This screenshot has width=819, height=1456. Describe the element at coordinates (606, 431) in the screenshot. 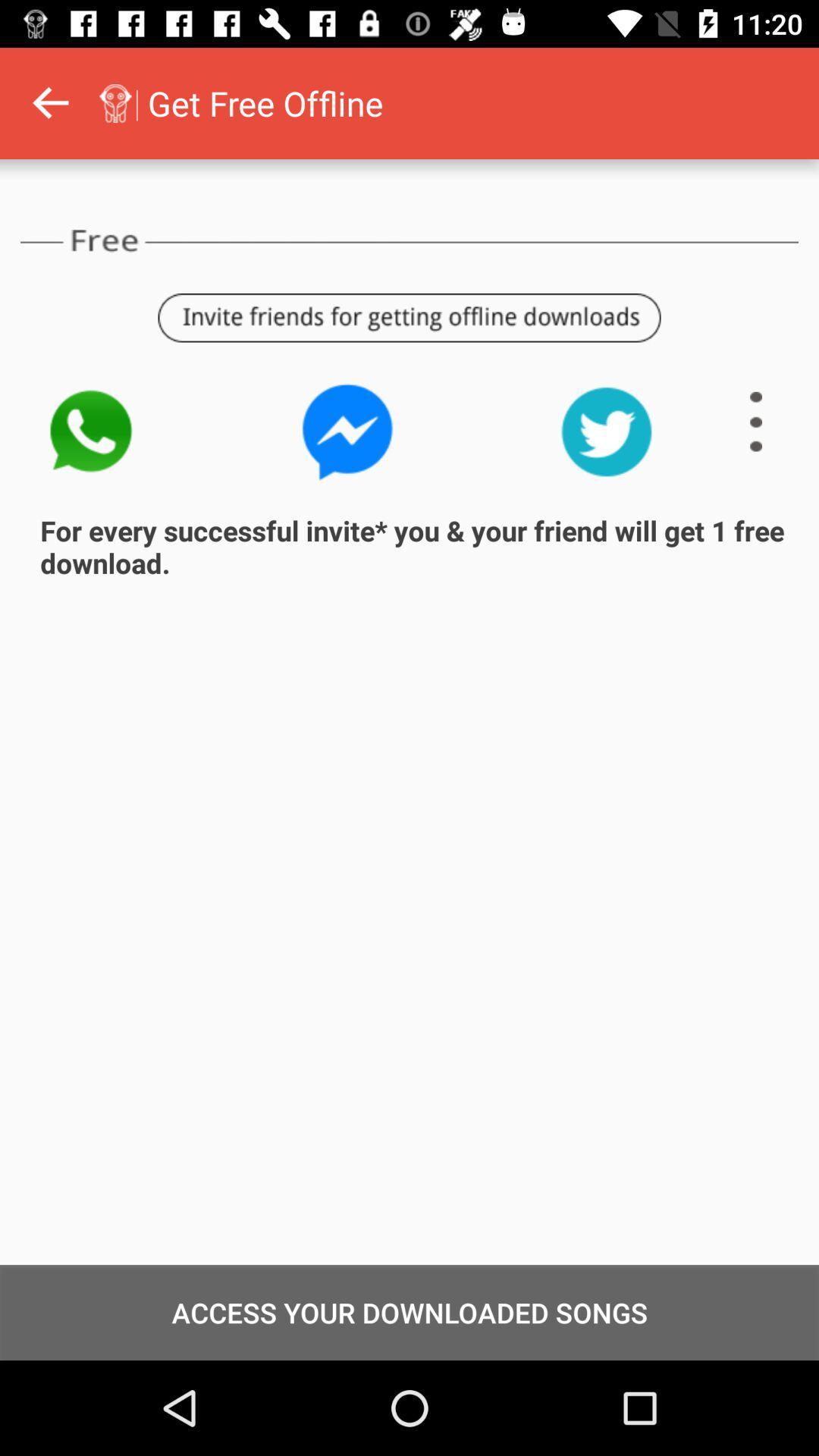

I see `the twitter icon` at that location.